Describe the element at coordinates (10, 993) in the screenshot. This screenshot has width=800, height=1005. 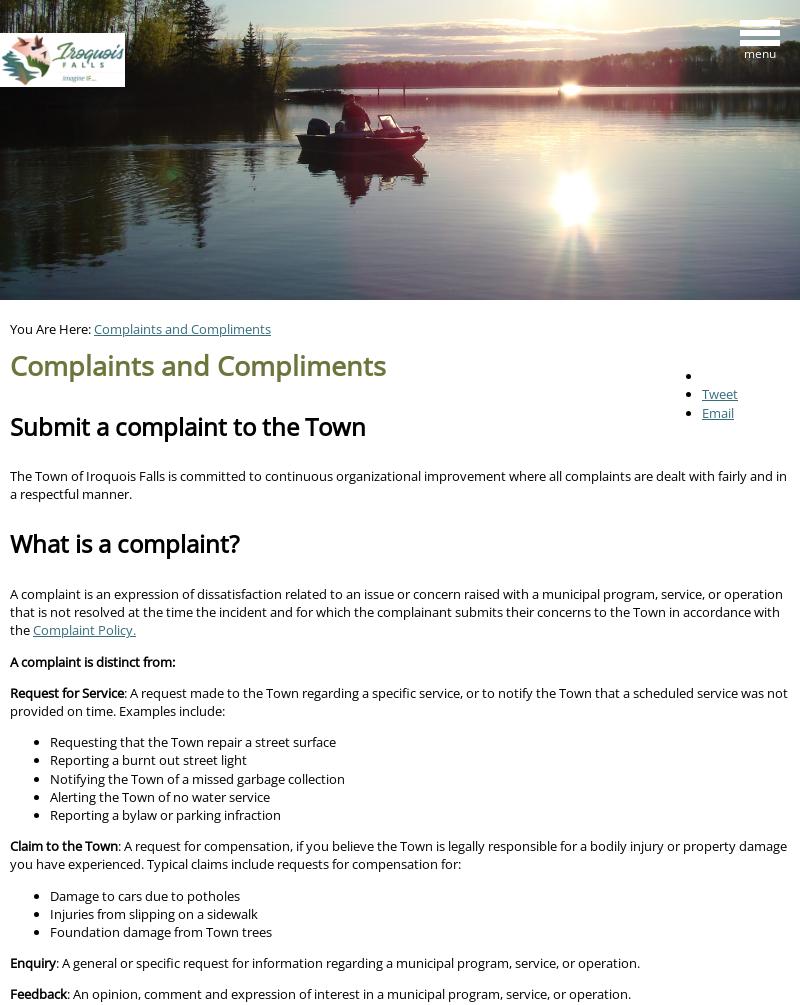
I see `'Feedback'` at that location.